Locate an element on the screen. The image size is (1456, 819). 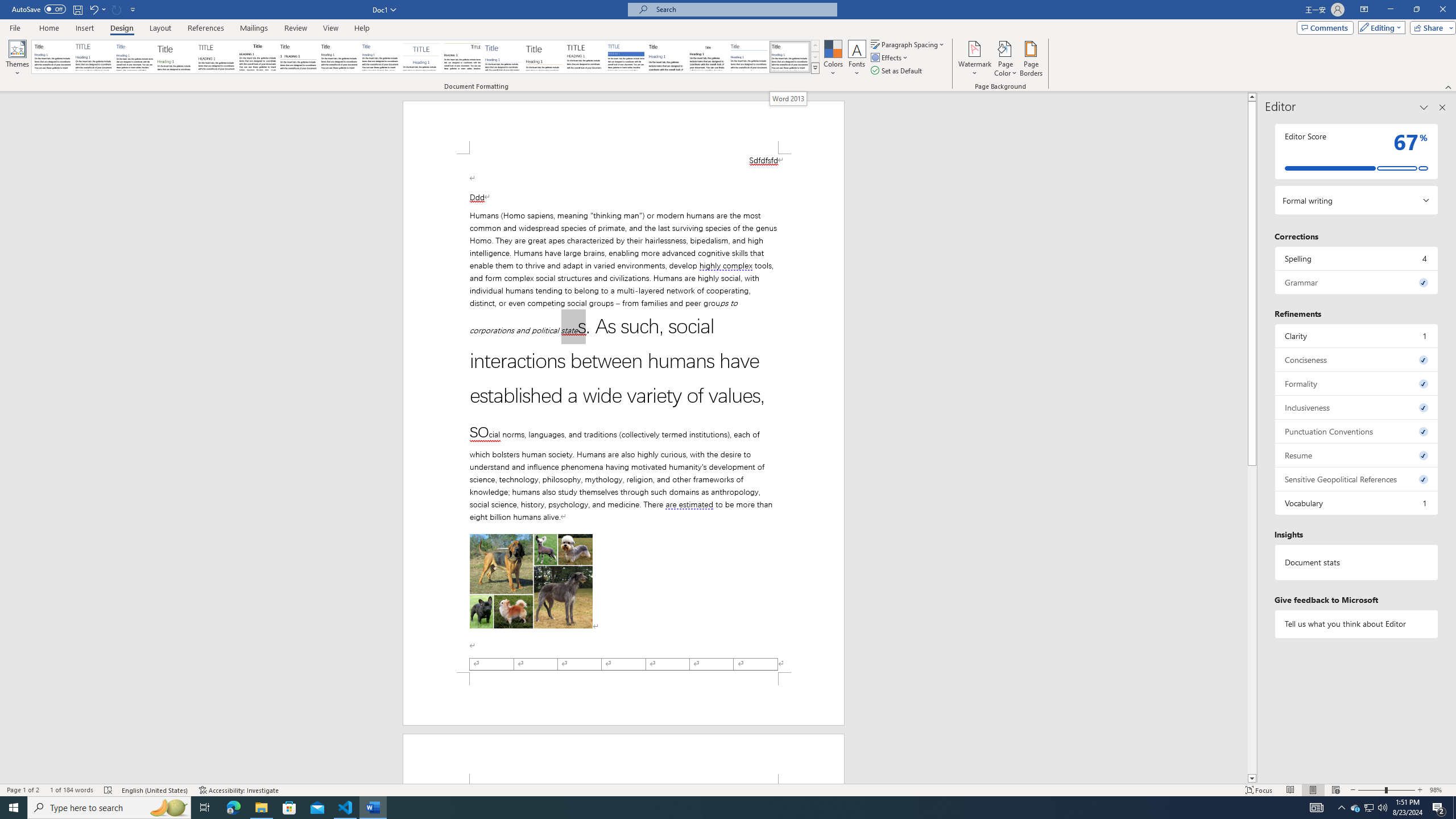
'Language English (United States)' is located at coordinates (155, 790).